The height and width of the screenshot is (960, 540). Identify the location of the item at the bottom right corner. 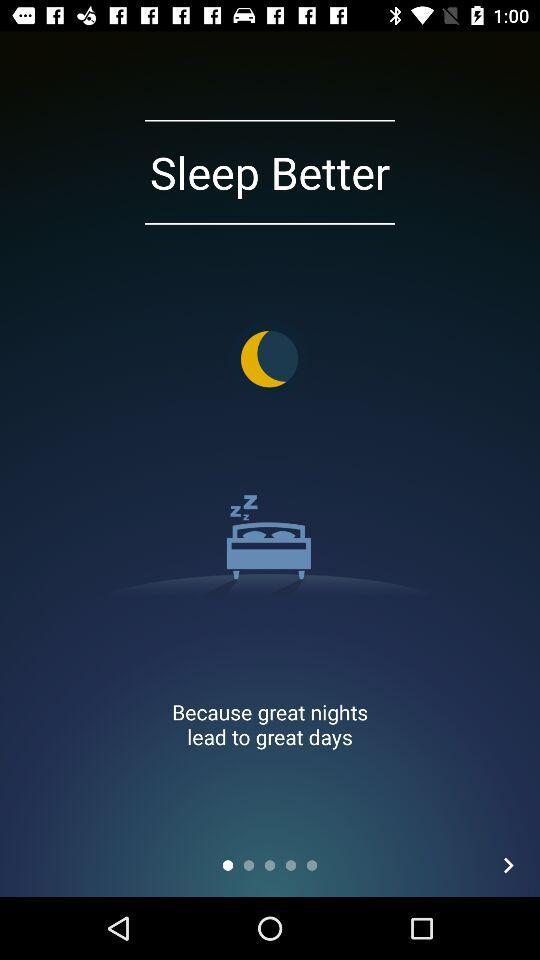
(508, 864).